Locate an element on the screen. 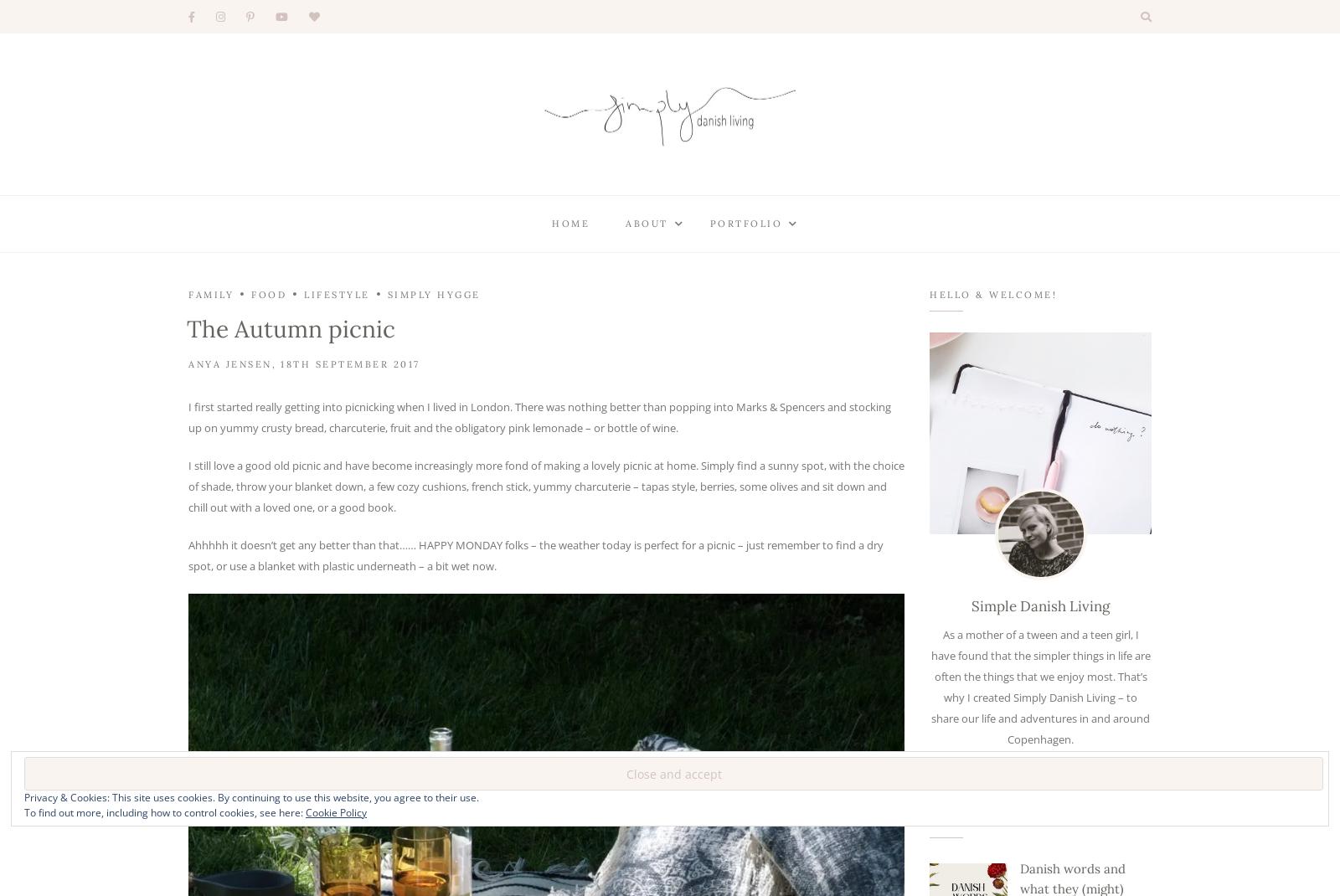 The image size is (1340, 896). 'Latest posts' is located at coordinates (975, 820).